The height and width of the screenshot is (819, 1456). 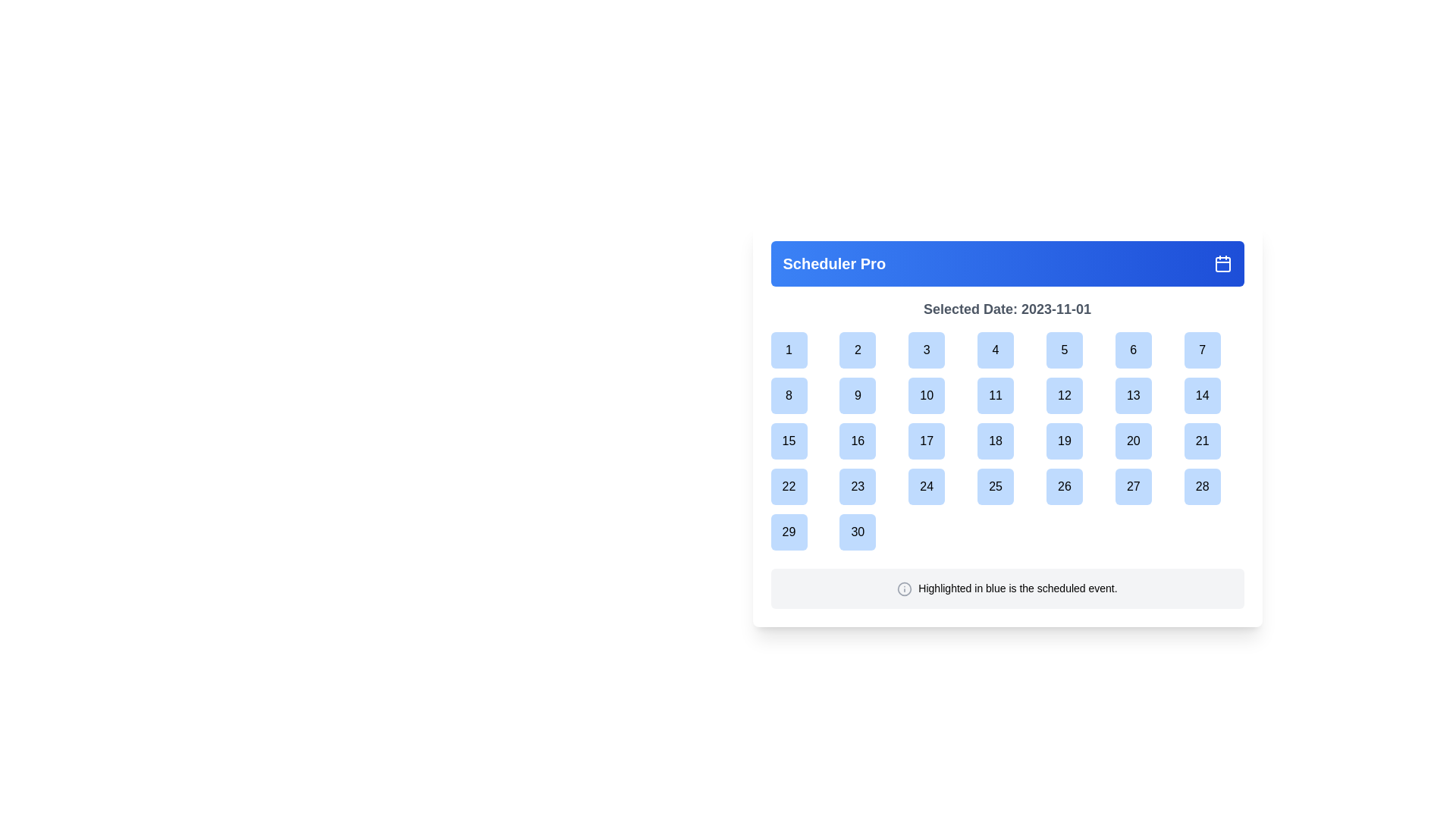 I want to click on the rounded square button with a blue background labeled '6', located in the first row of a calendar grid between buttons '5' and '7', so click(x=1145, y=350).